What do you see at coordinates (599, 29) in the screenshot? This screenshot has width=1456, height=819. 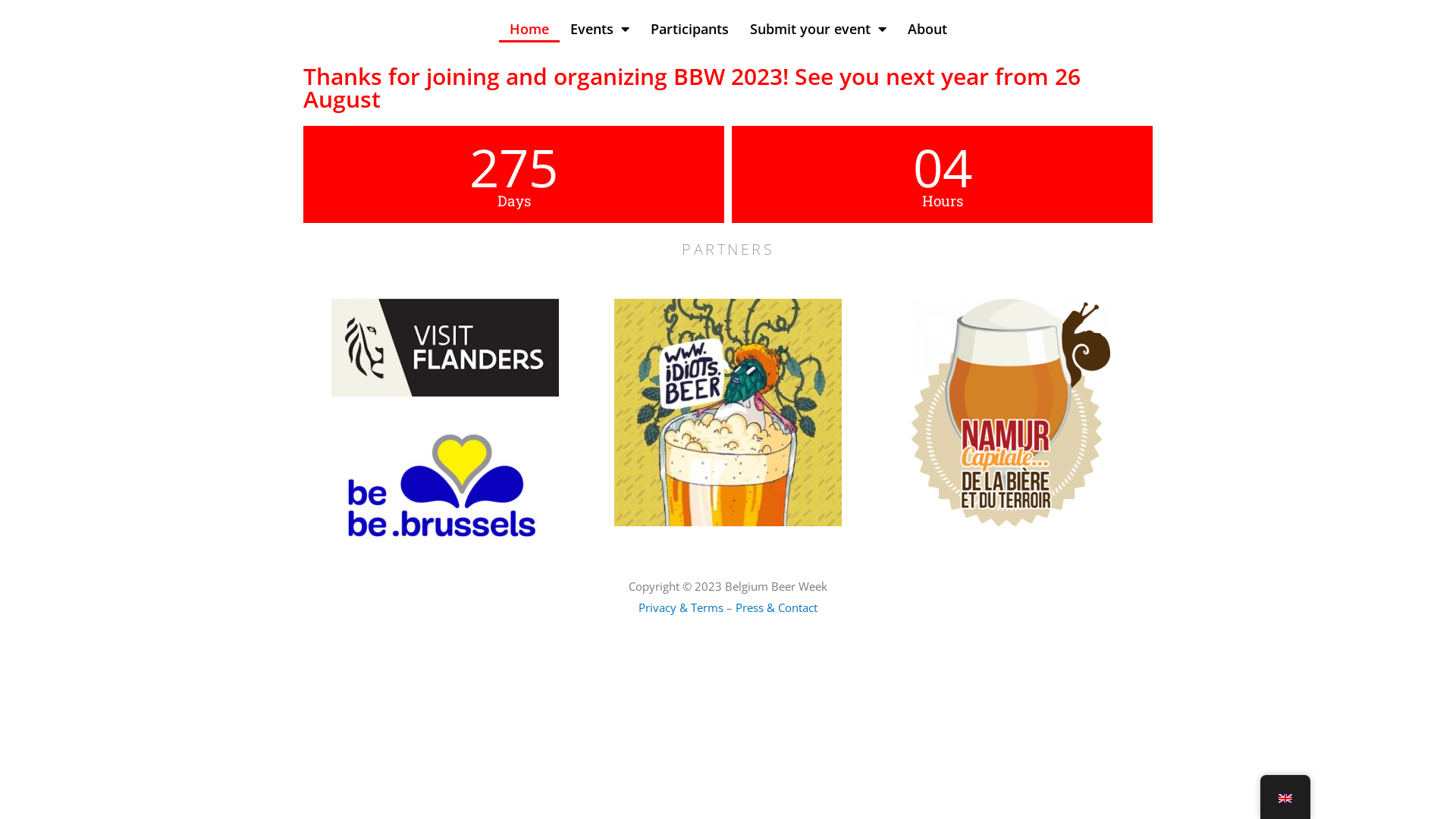 I see `'Events'` at bounding box center [599, 29].